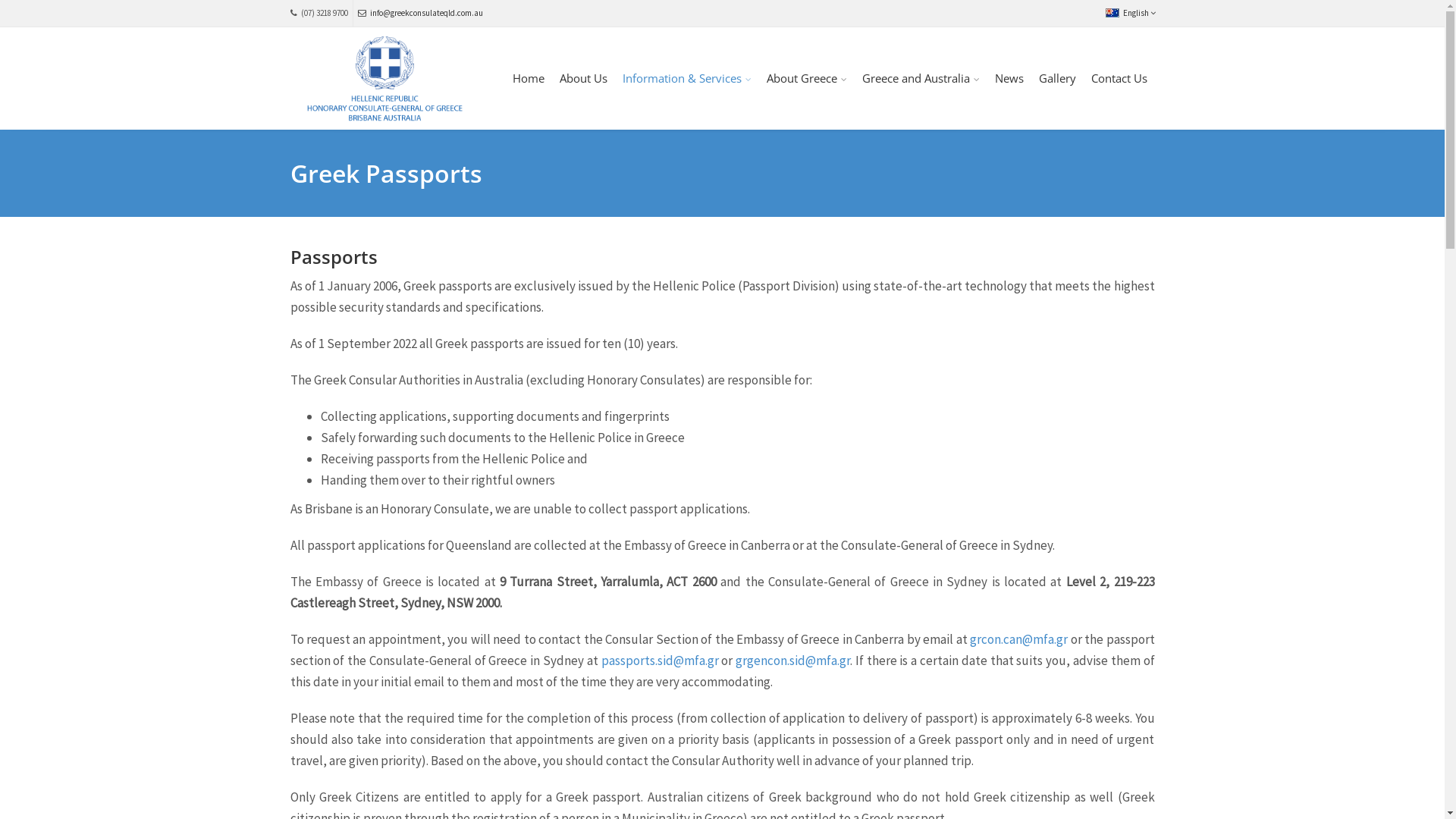 The height and width of the screenshot is (819, 1456). Describe the element at coordinates (805, 78) in the screenshot. I see `'About Greece'` at that location.